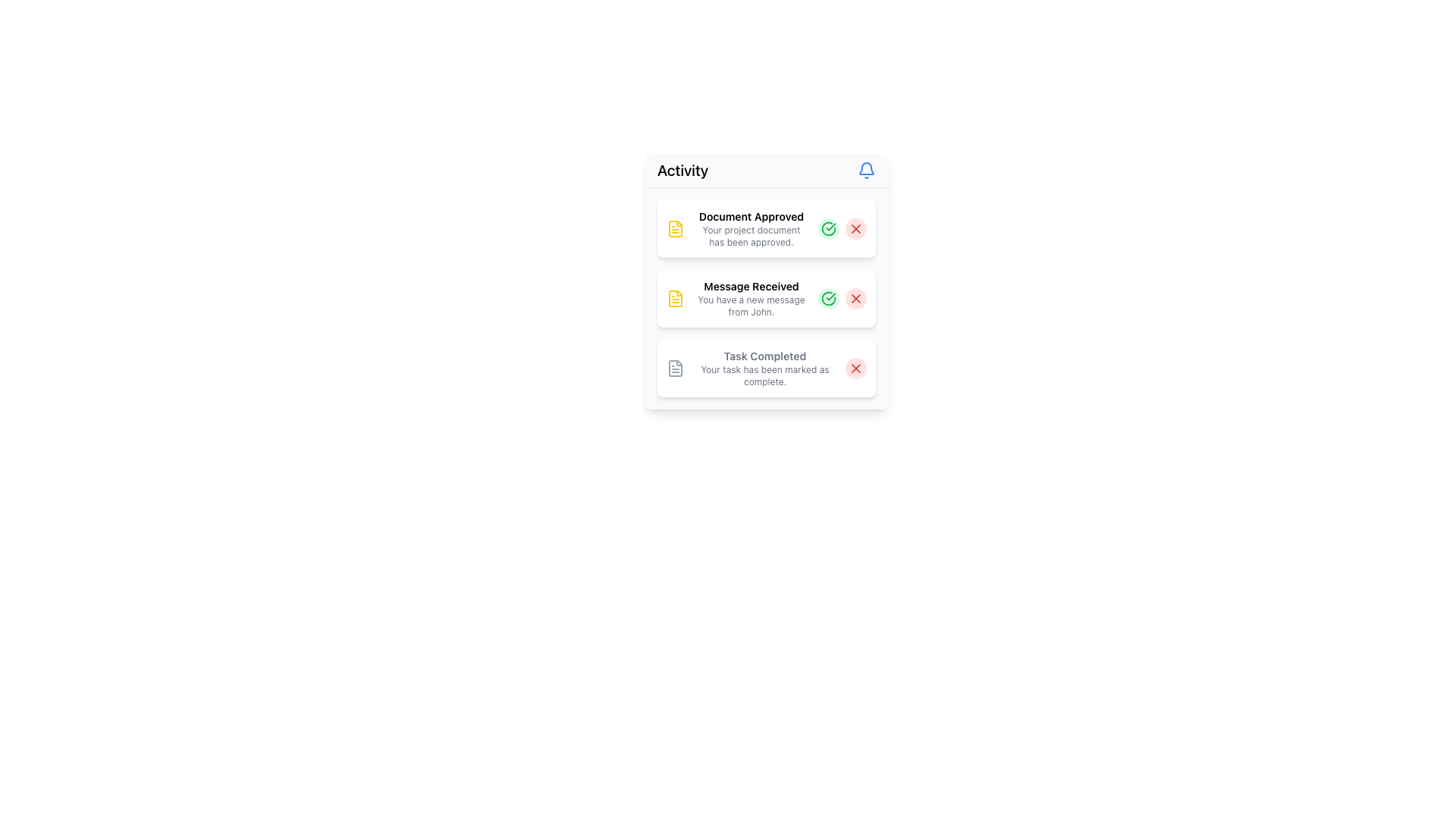  Describe the element at coordinates (675, 228) in the screenshot. I see `the document approval icon located to the left of the 'Document Approved' text in the first notification of the 'Activity' notification card` at that location.